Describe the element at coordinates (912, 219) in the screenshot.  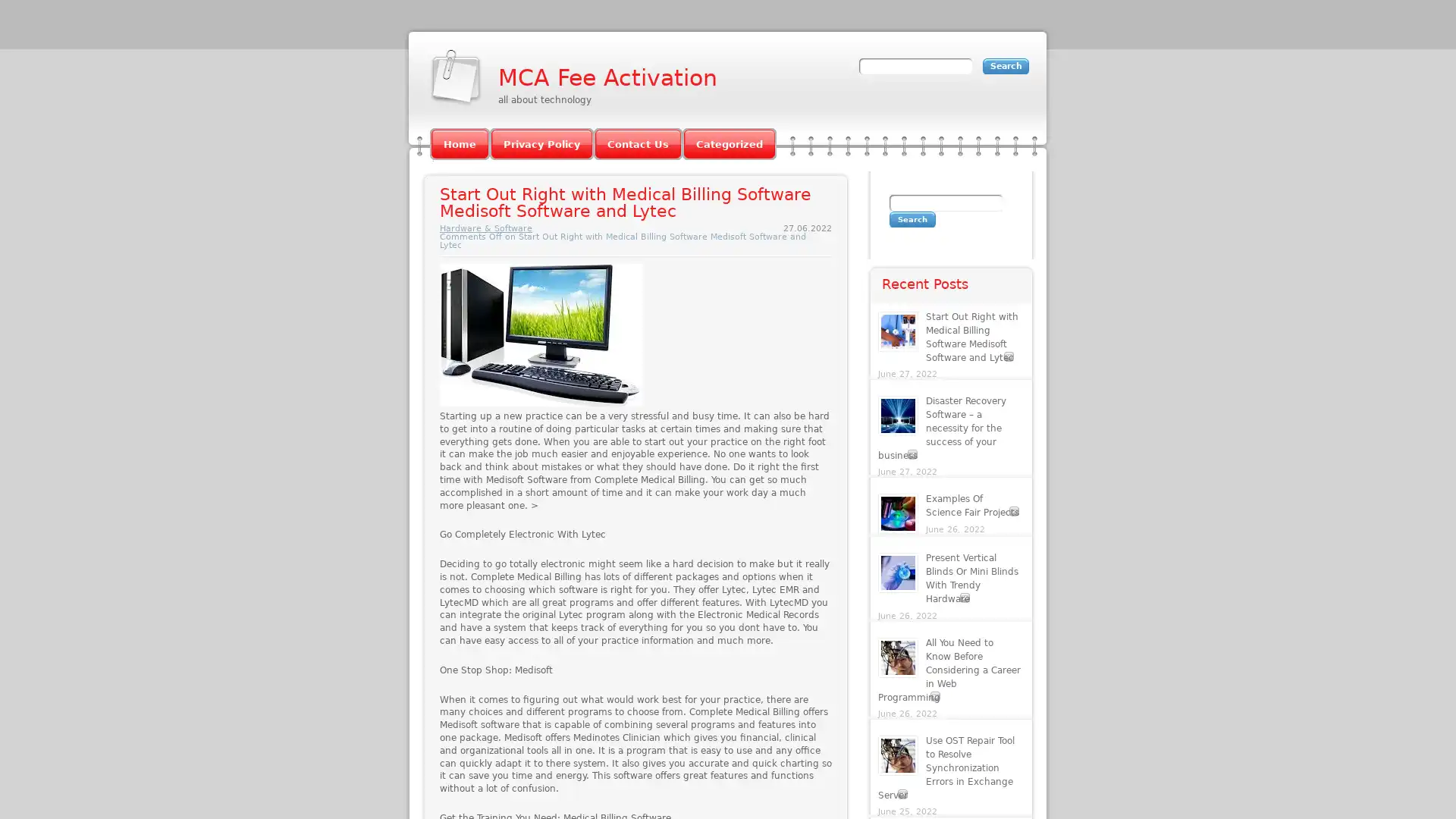
I see `Search` at that location.